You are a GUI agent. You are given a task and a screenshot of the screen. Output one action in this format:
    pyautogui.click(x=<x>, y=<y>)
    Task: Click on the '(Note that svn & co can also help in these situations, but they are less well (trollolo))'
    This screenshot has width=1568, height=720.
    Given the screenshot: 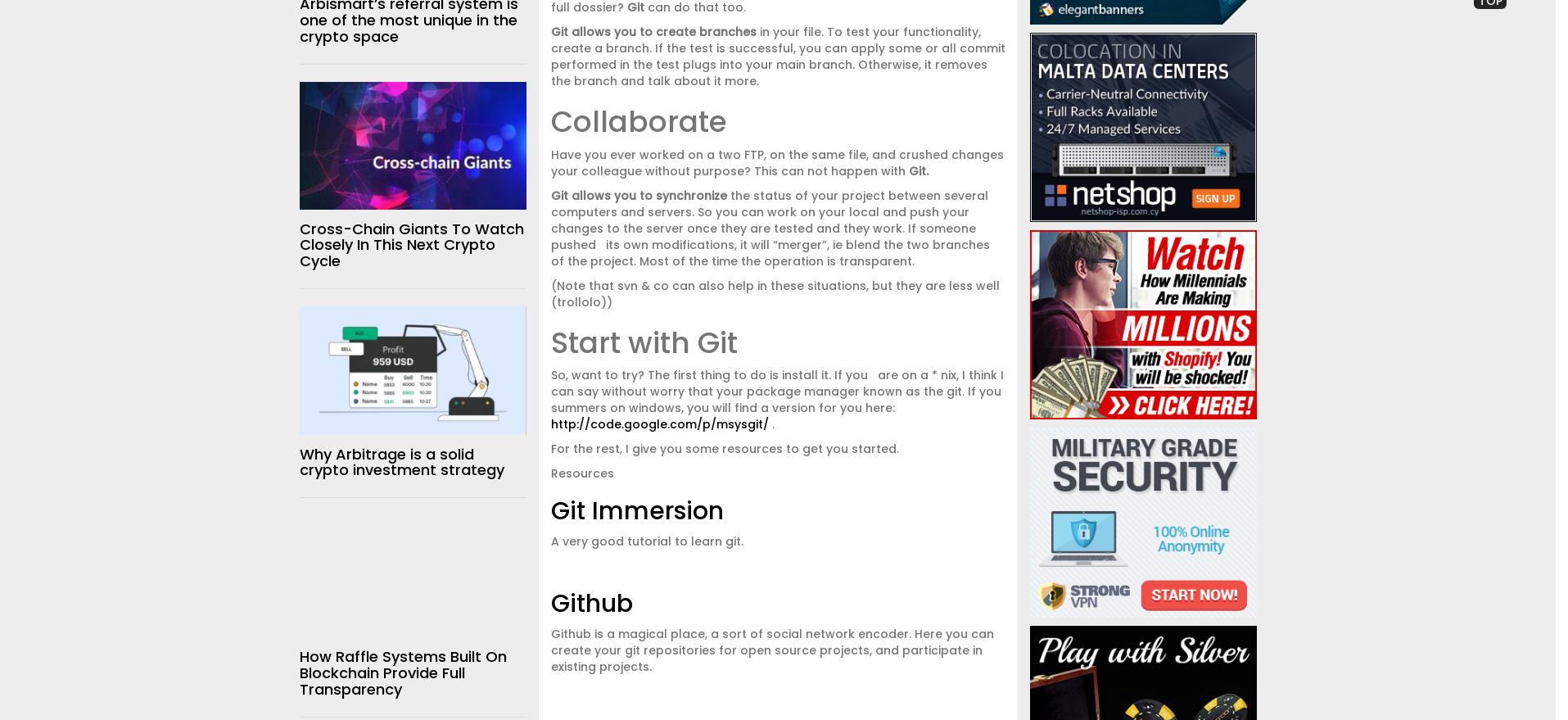 What is the action you would take?
    pyautogui.click(x=774, y=292)
    